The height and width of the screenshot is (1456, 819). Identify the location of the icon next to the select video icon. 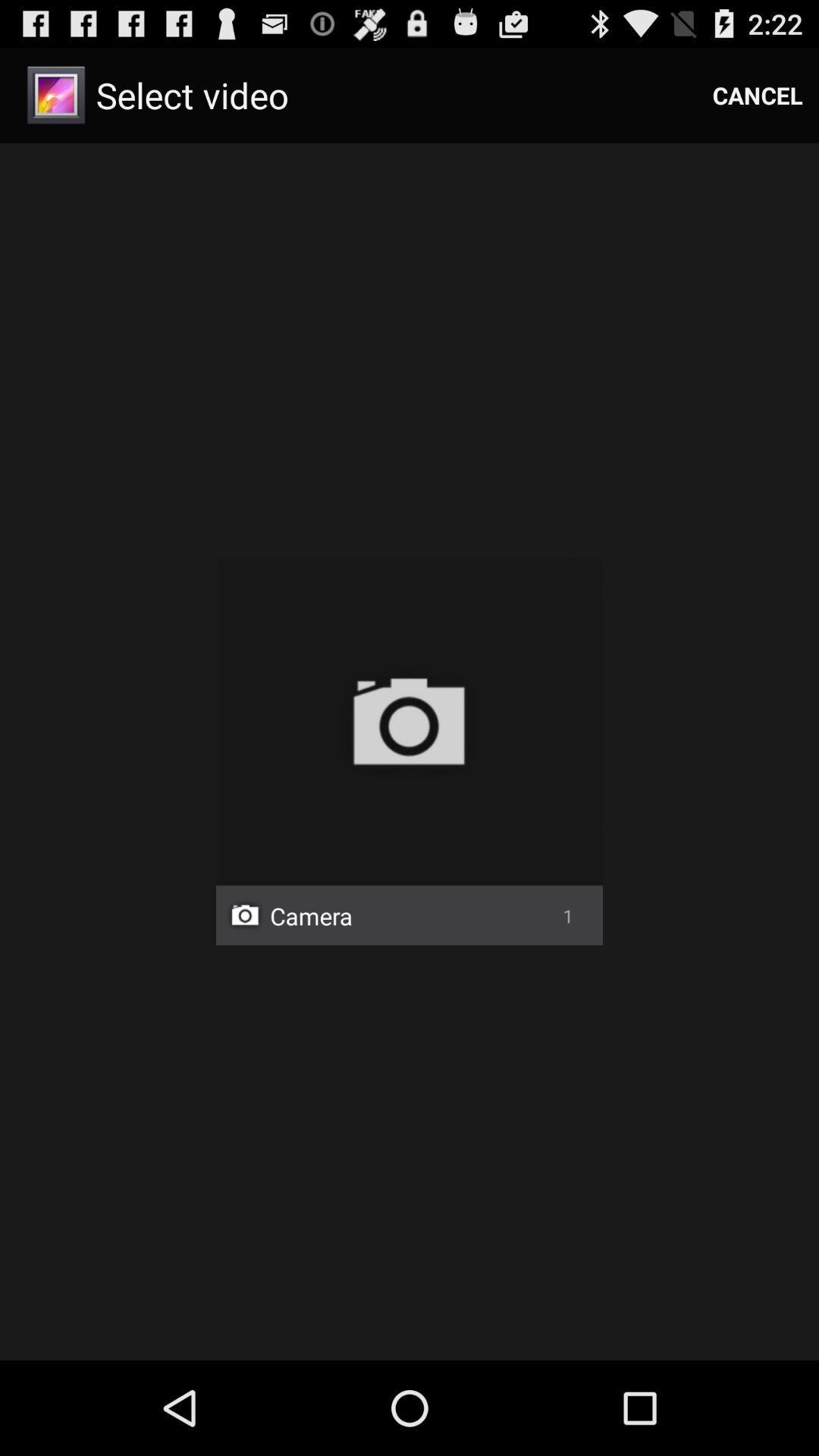
(758, 94).